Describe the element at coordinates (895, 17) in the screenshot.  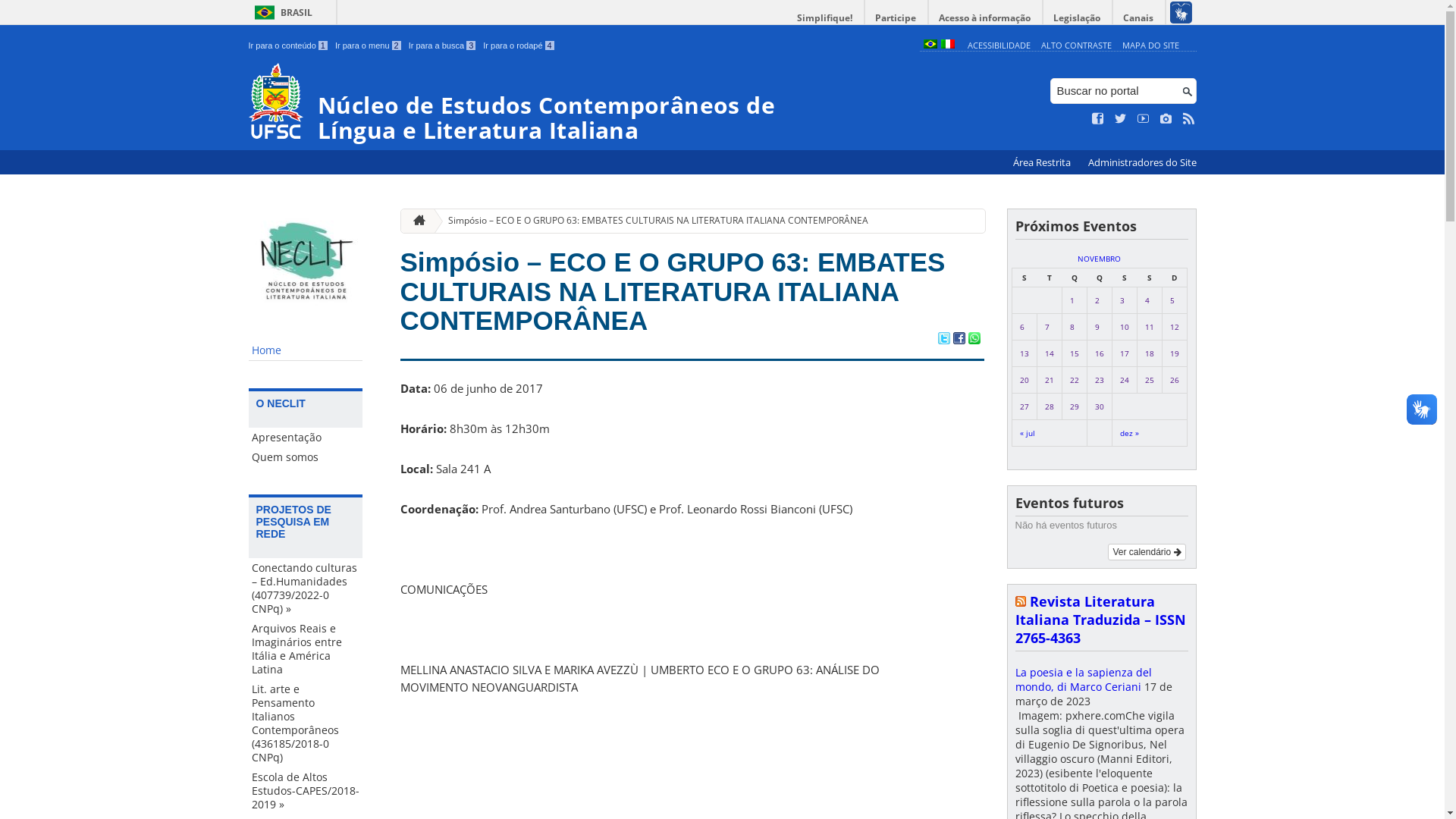
I see `'Participe'` at that location.